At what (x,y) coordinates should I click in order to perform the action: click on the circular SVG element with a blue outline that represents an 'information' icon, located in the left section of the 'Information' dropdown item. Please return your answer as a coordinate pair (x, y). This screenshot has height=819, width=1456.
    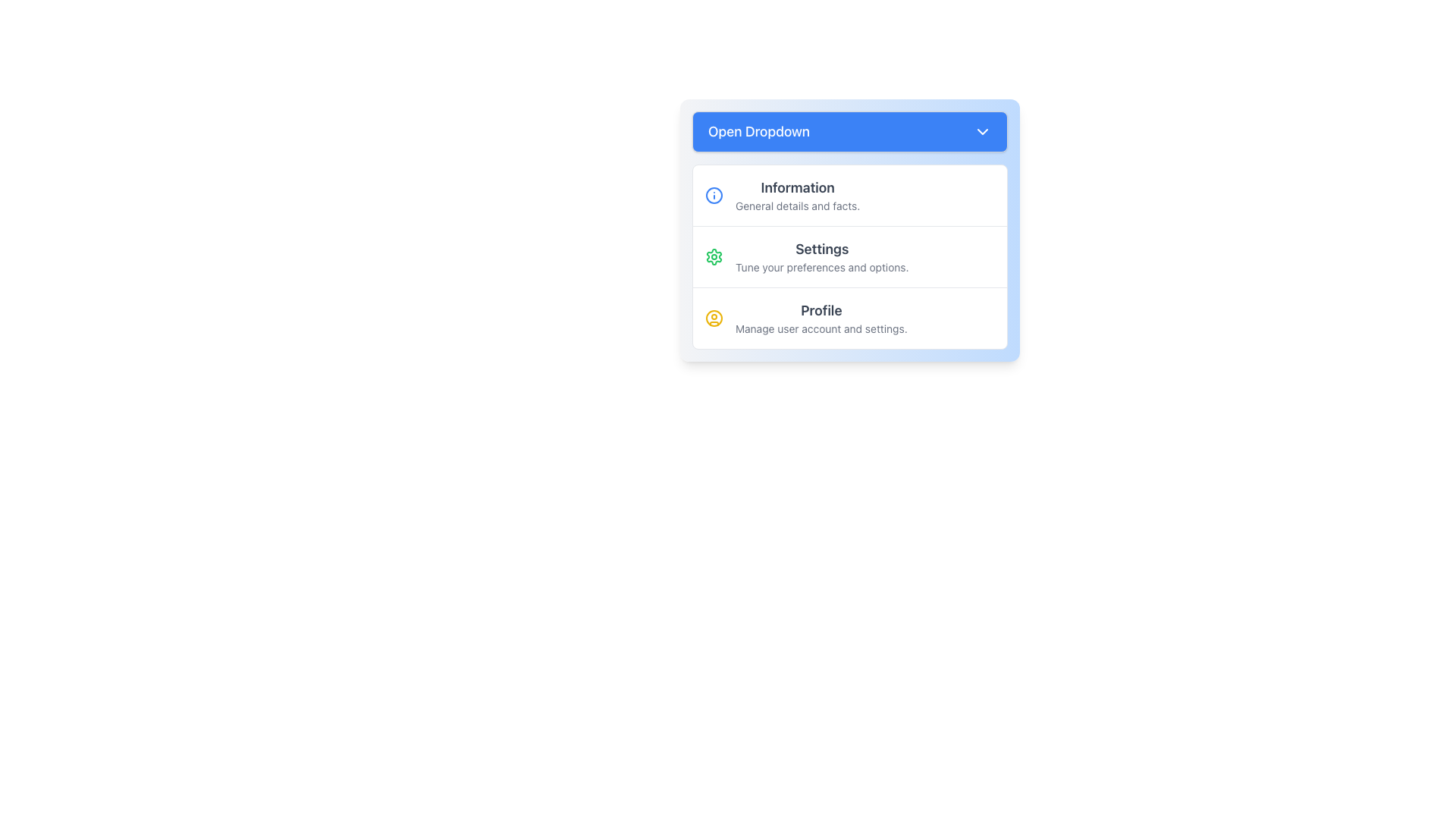
    Looking at the image, I should click on (713, 195).